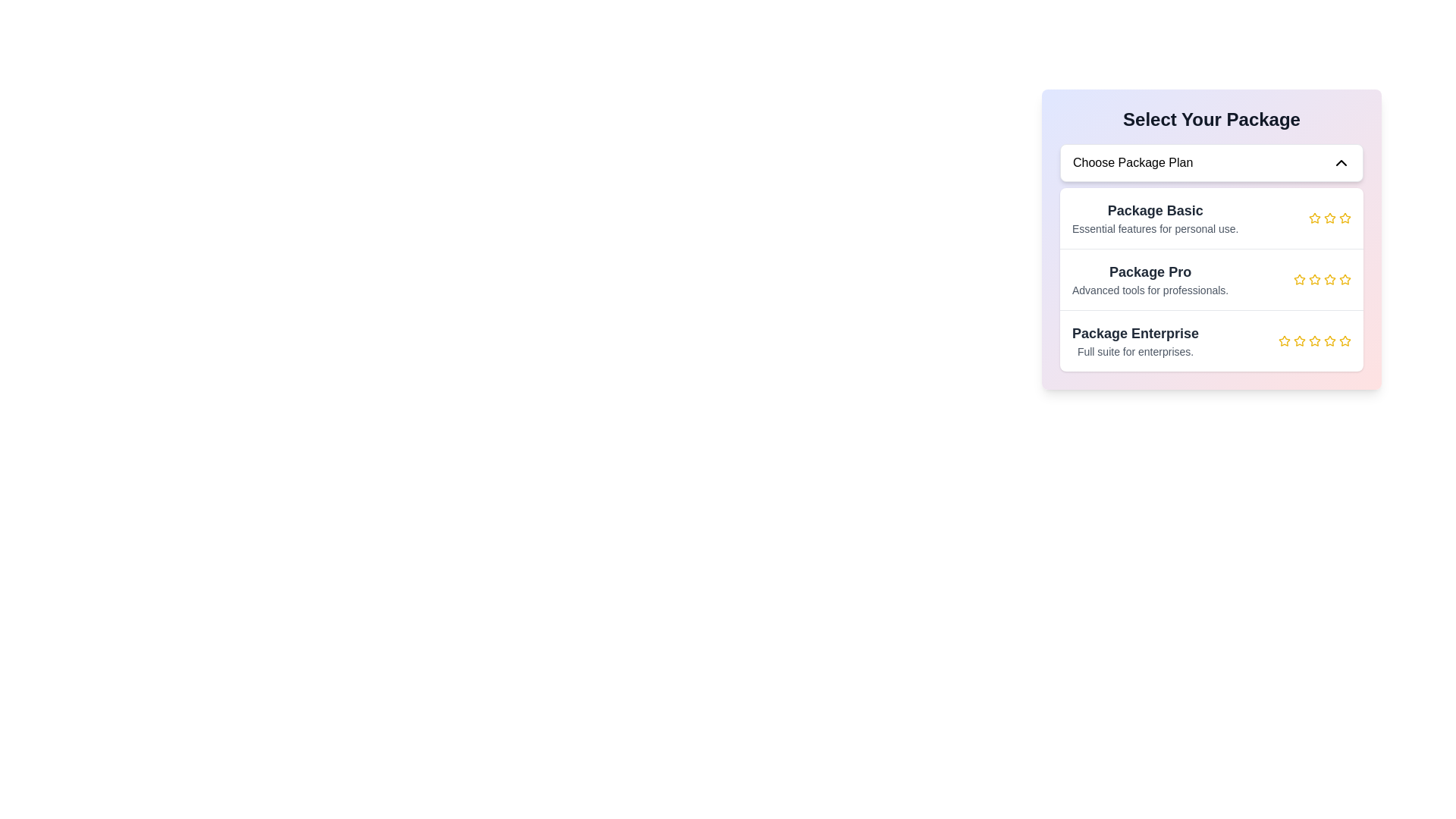 Image resolution: width=1456 pixels, height=819 pixels. What do you see at coordinates (1211, 256) in the screenshot?
I see `the selectable option for the 'Pro' package, which is centered within the card labeled 'Select Your Package' and is positioned second among other package options` at bounding box center [1211, 256].